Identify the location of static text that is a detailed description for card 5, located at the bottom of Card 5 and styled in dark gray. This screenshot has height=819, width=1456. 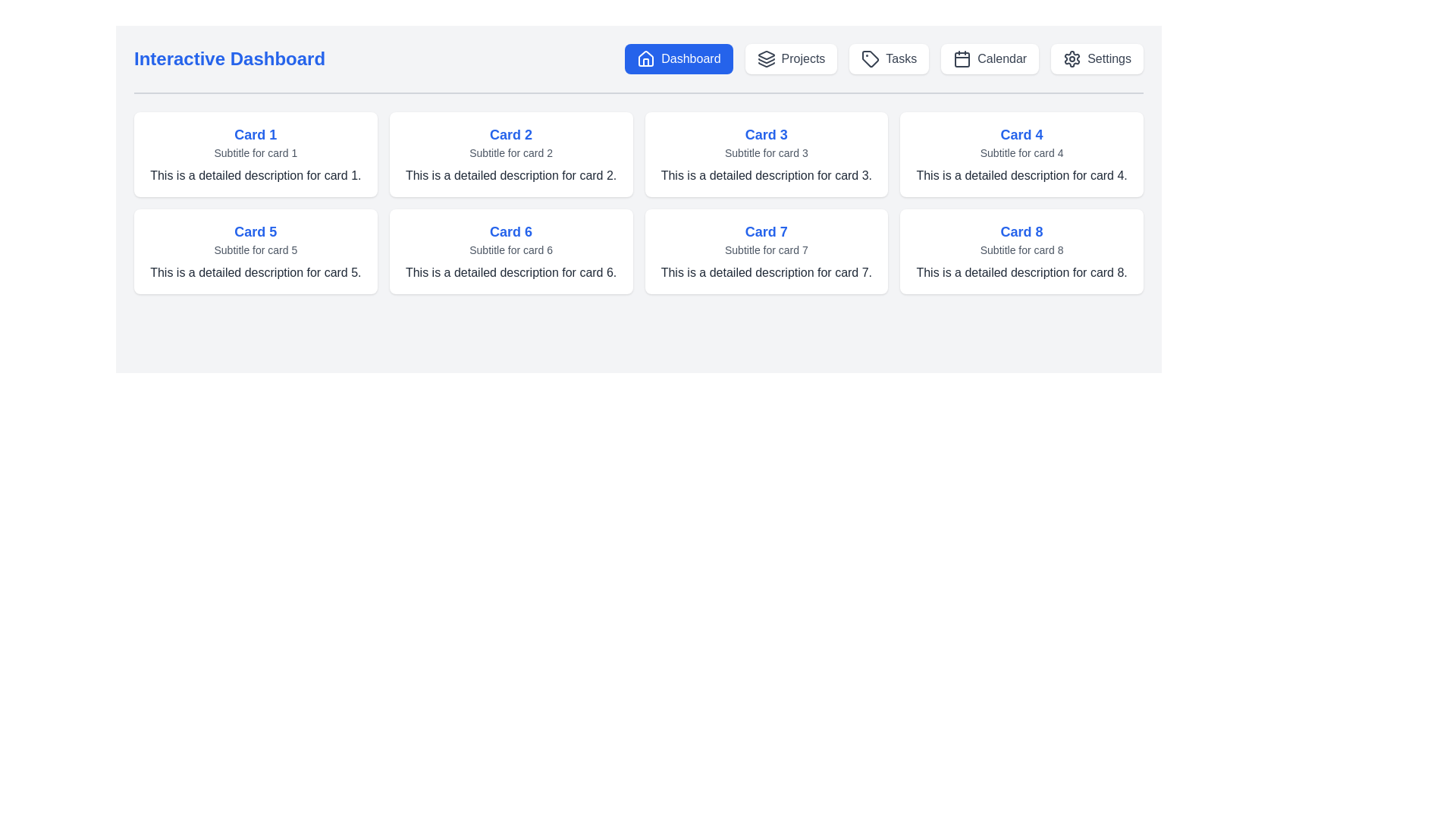
(256, 271).